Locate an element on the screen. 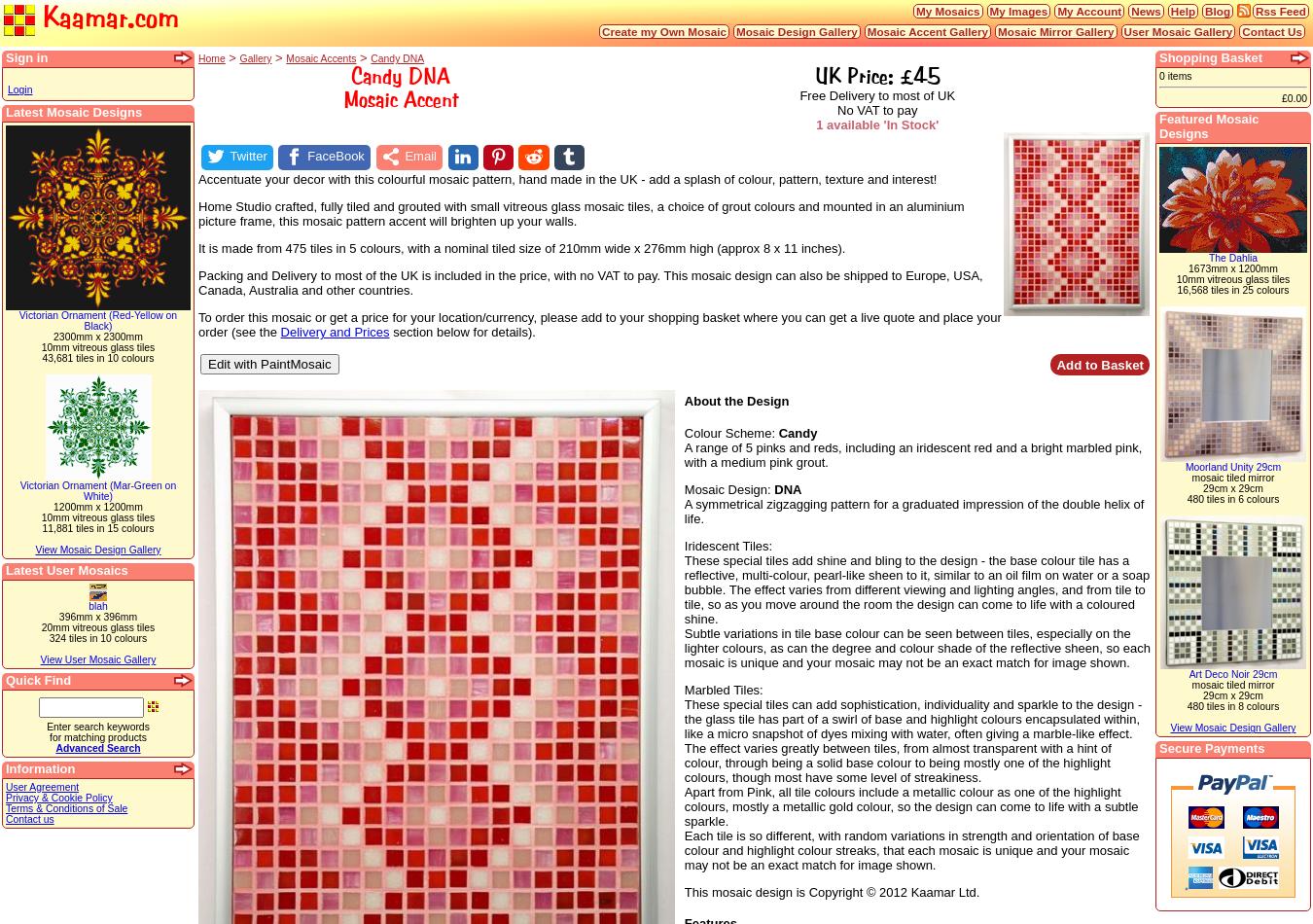 The height and width of the screenshot is (924, 1313). 'Each tile is so different, with random variations in strength and orientation of base colour and highlight colour streaks, that each mosaic is unique and your mosaic may not be an exact match for image shown.' is located at coordinates (910, 848).